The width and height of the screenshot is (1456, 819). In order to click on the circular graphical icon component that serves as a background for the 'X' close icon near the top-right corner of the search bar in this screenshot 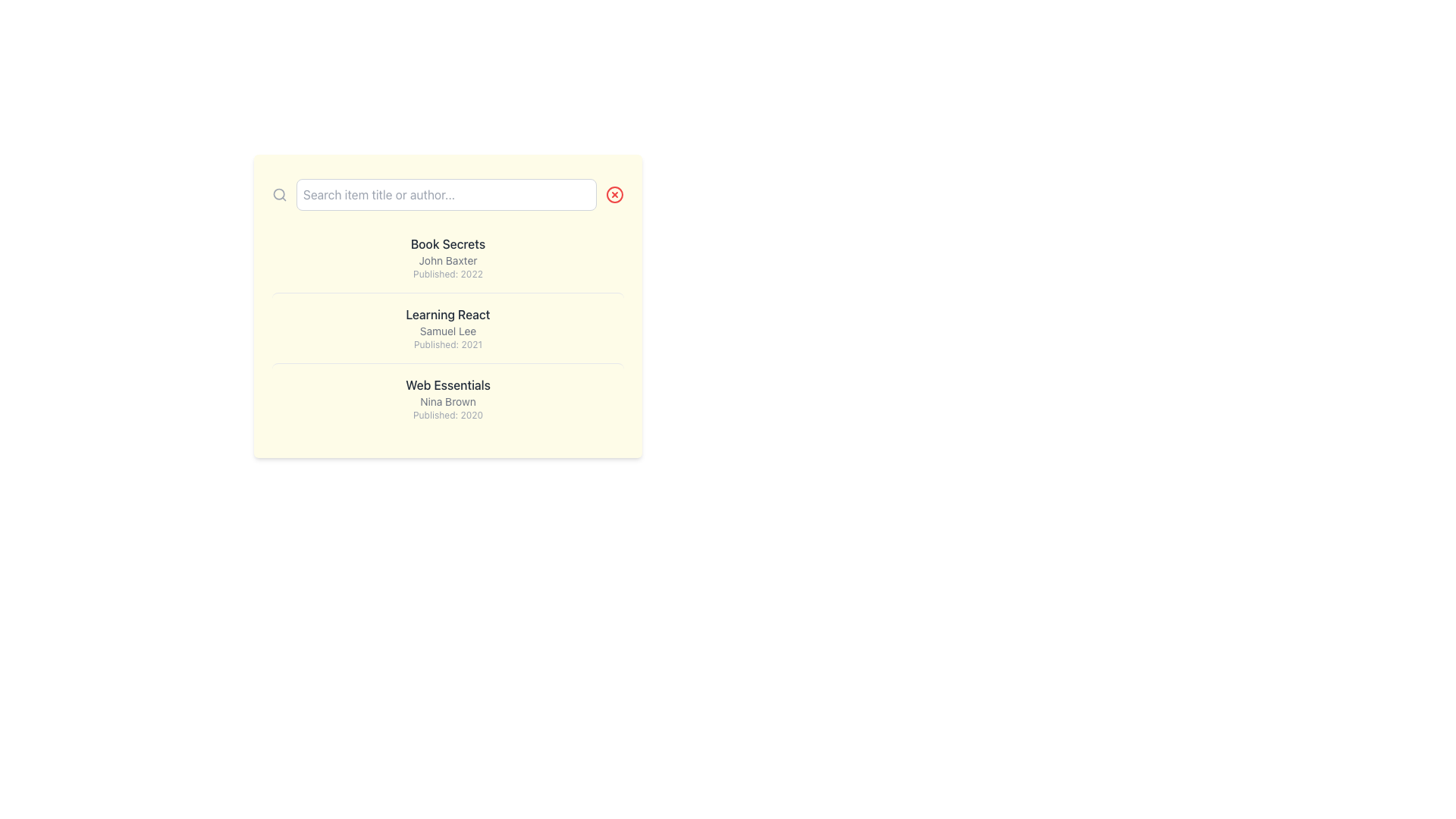, I will do `click(615, 194)`.